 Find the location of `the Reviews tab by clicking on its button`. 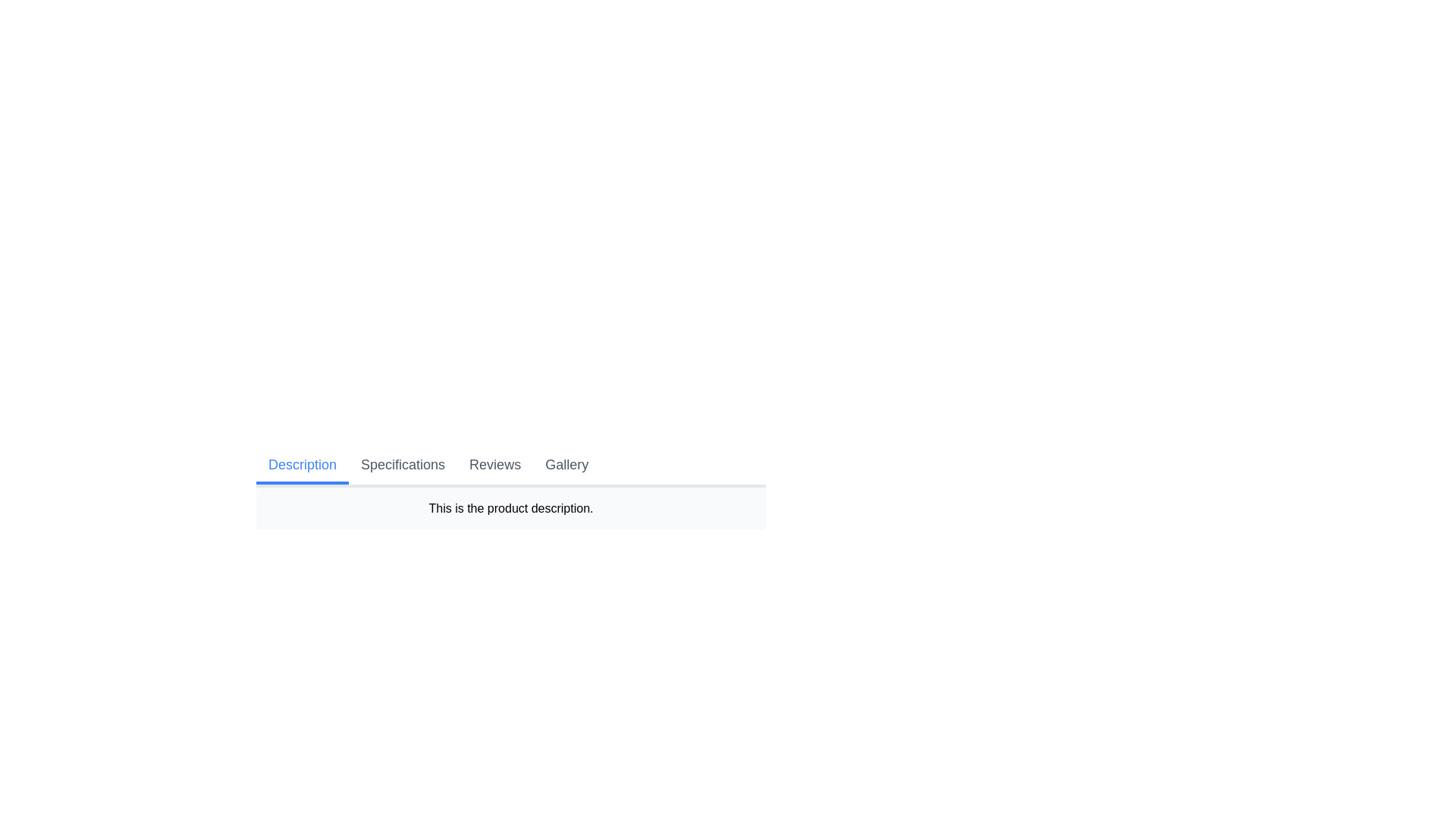

the Reviews tab by clicking on its button is located at coordinates (494, 465).